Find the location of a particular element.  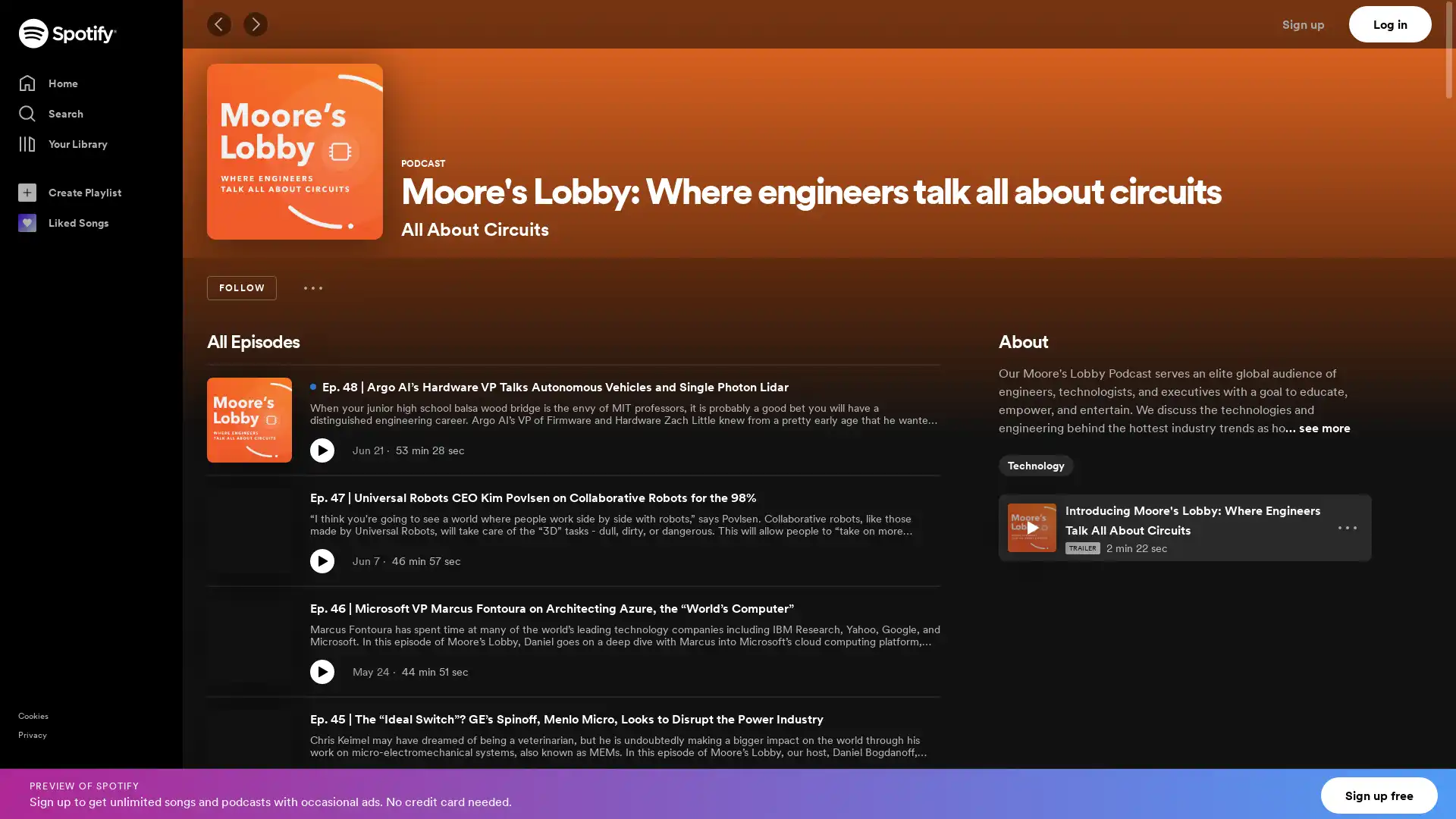

Play Ep. 48 | Argo AIs Hardware VP Talks Autonomous Vehicles and Single Photon Lidar by Moore's Lobby: Where engineers talk all about circuits is located at coordinates (322, 450).